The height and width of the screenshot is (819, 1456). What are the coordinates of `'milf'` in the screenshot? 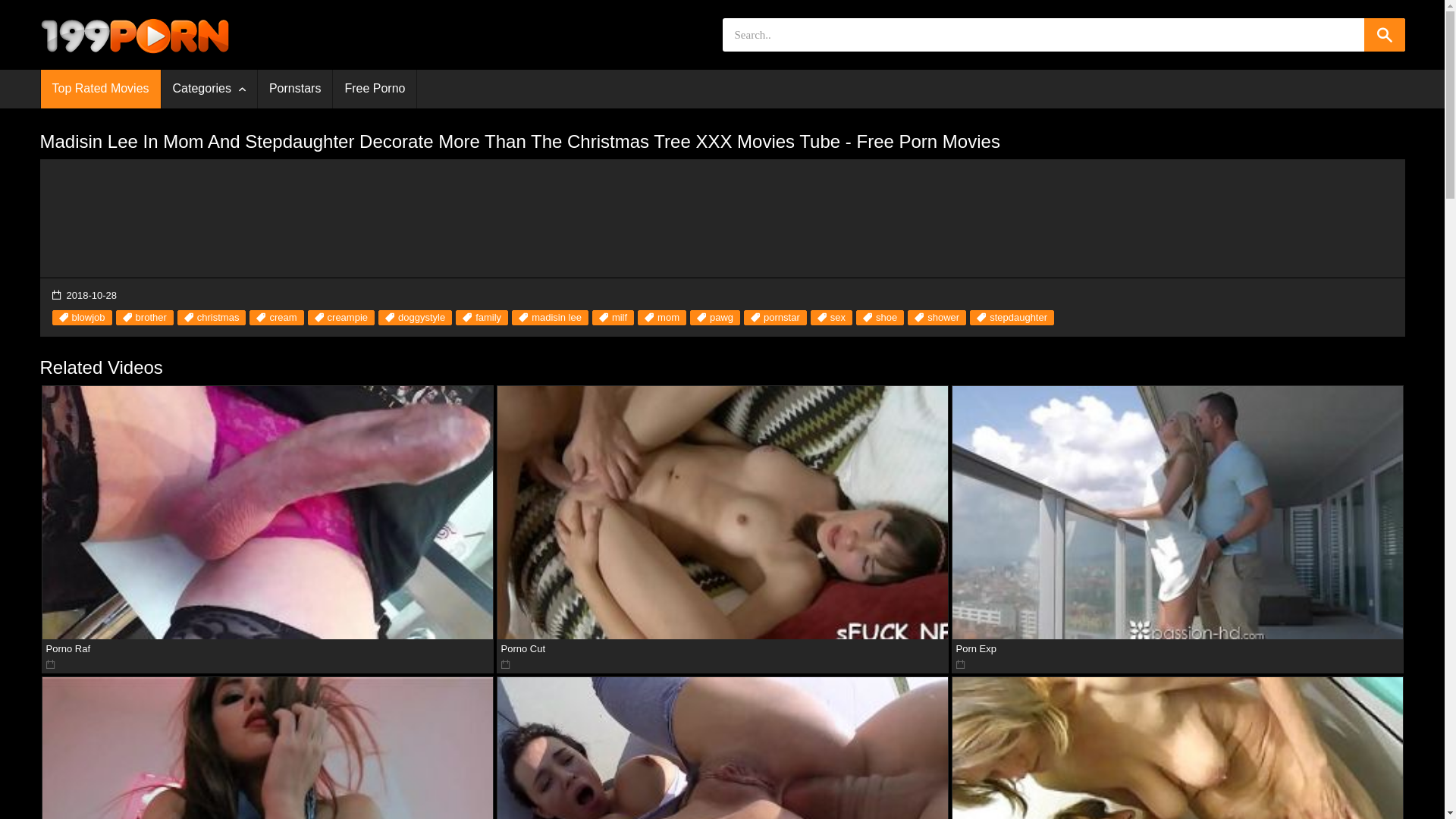 It's located at (613, 317).